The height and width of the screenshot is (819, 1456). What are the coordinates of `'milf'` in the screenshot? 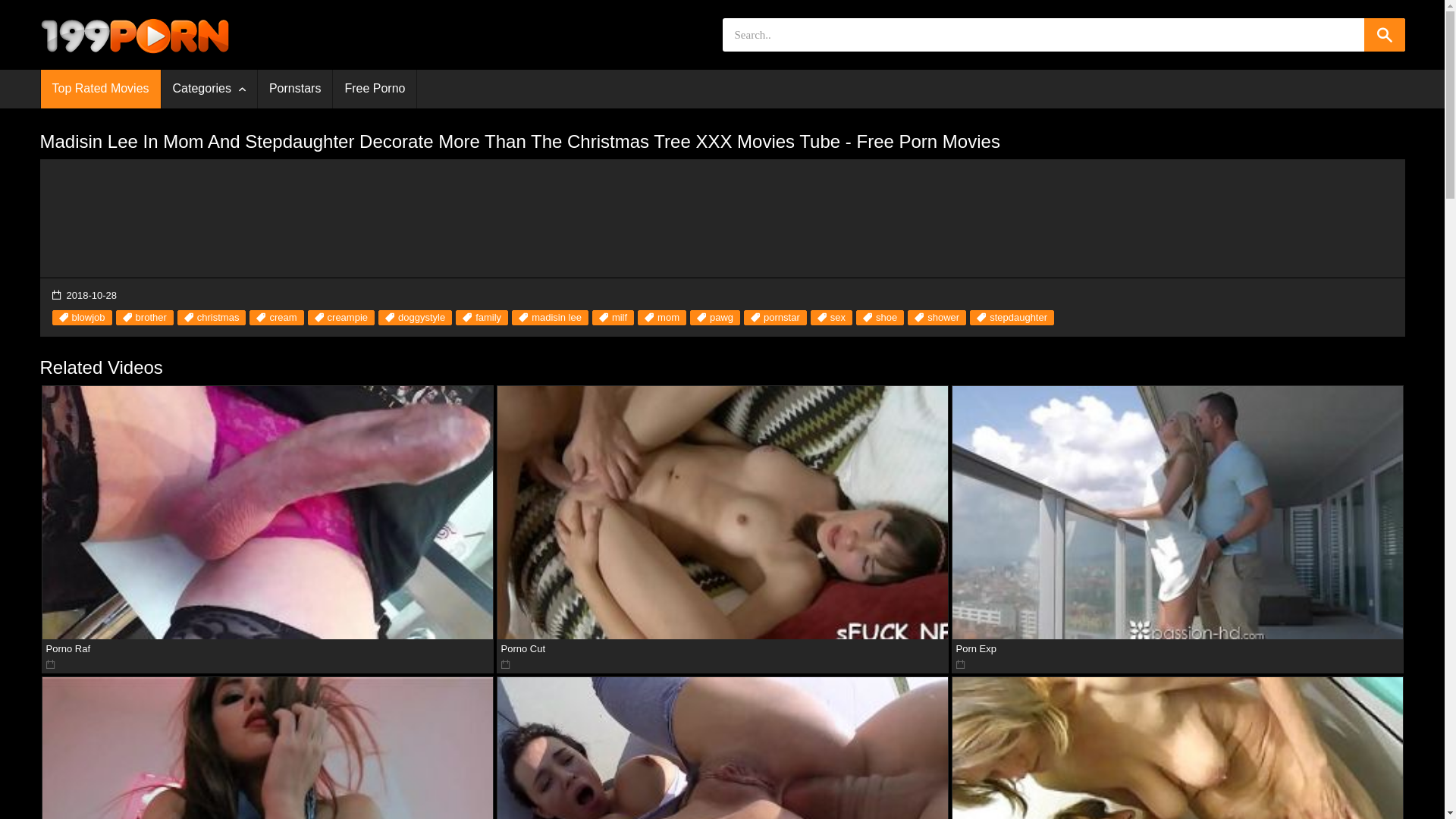 It's located at (613, 317).